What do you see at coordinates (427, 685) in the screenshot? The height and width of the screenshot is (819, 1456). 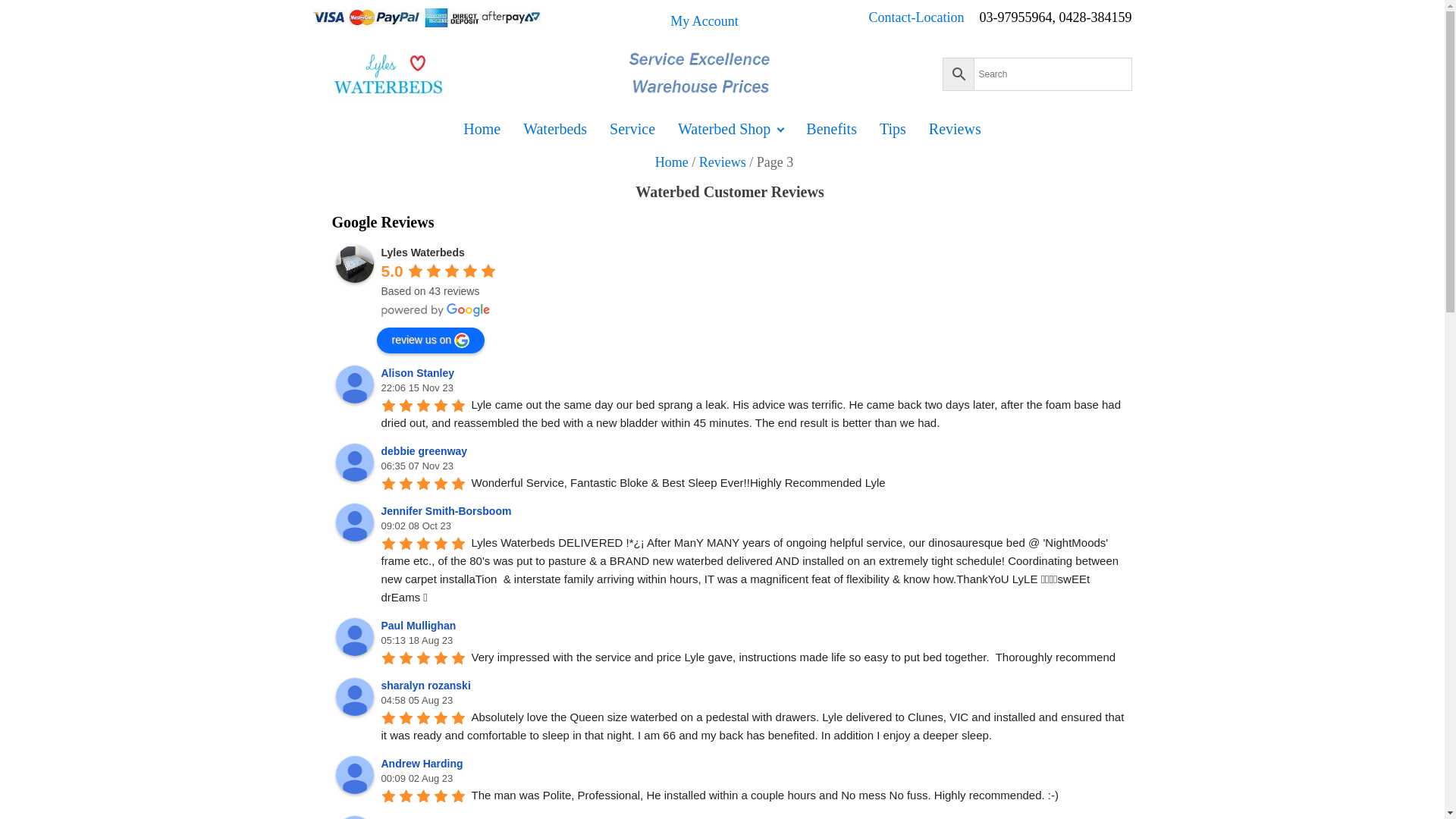 I see `'sharalyn rozanski'` at bounding box center [427, 685].